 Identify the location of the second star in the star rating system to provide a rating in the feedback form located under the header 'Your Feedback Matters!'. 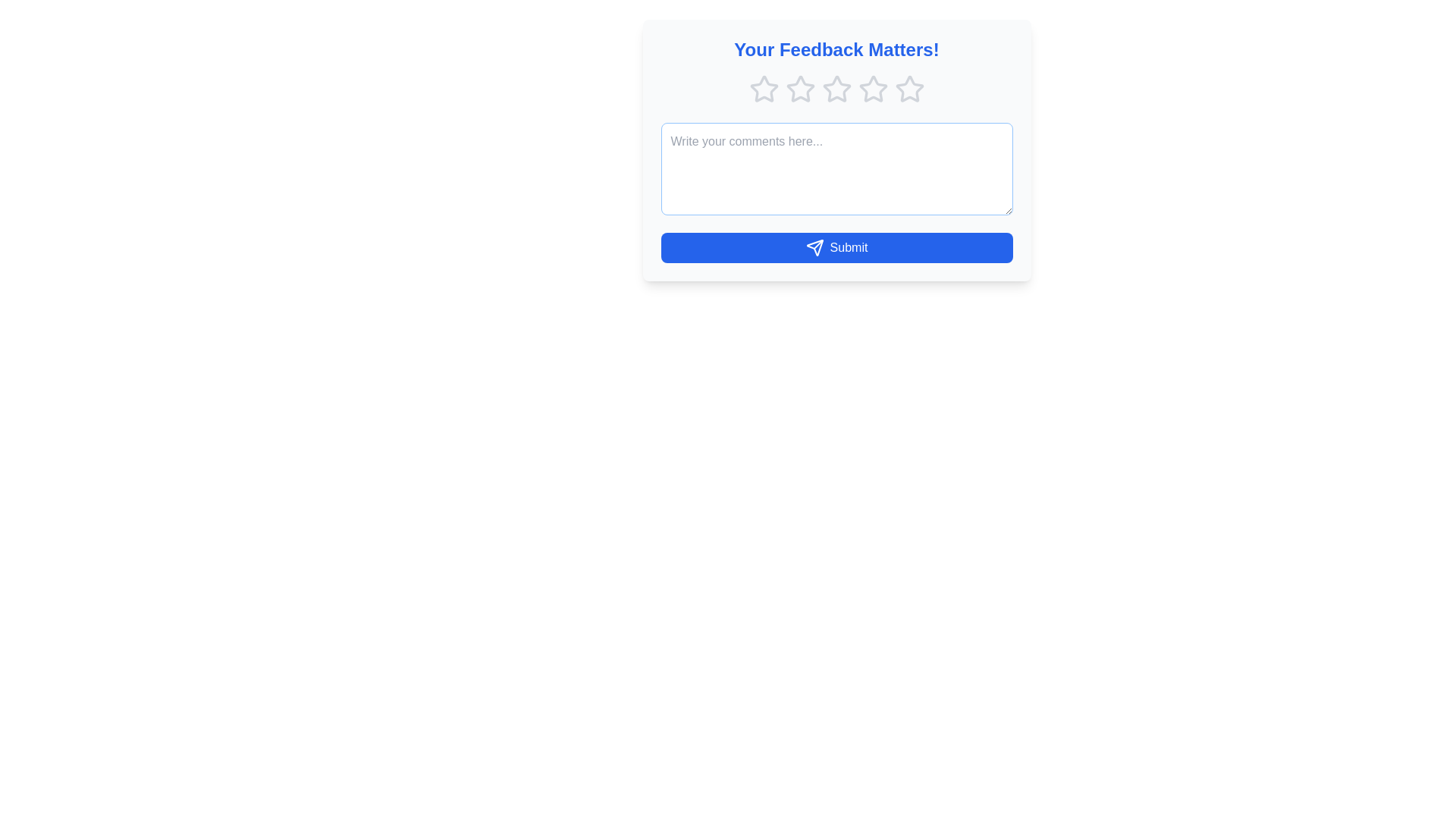
(799, 89).